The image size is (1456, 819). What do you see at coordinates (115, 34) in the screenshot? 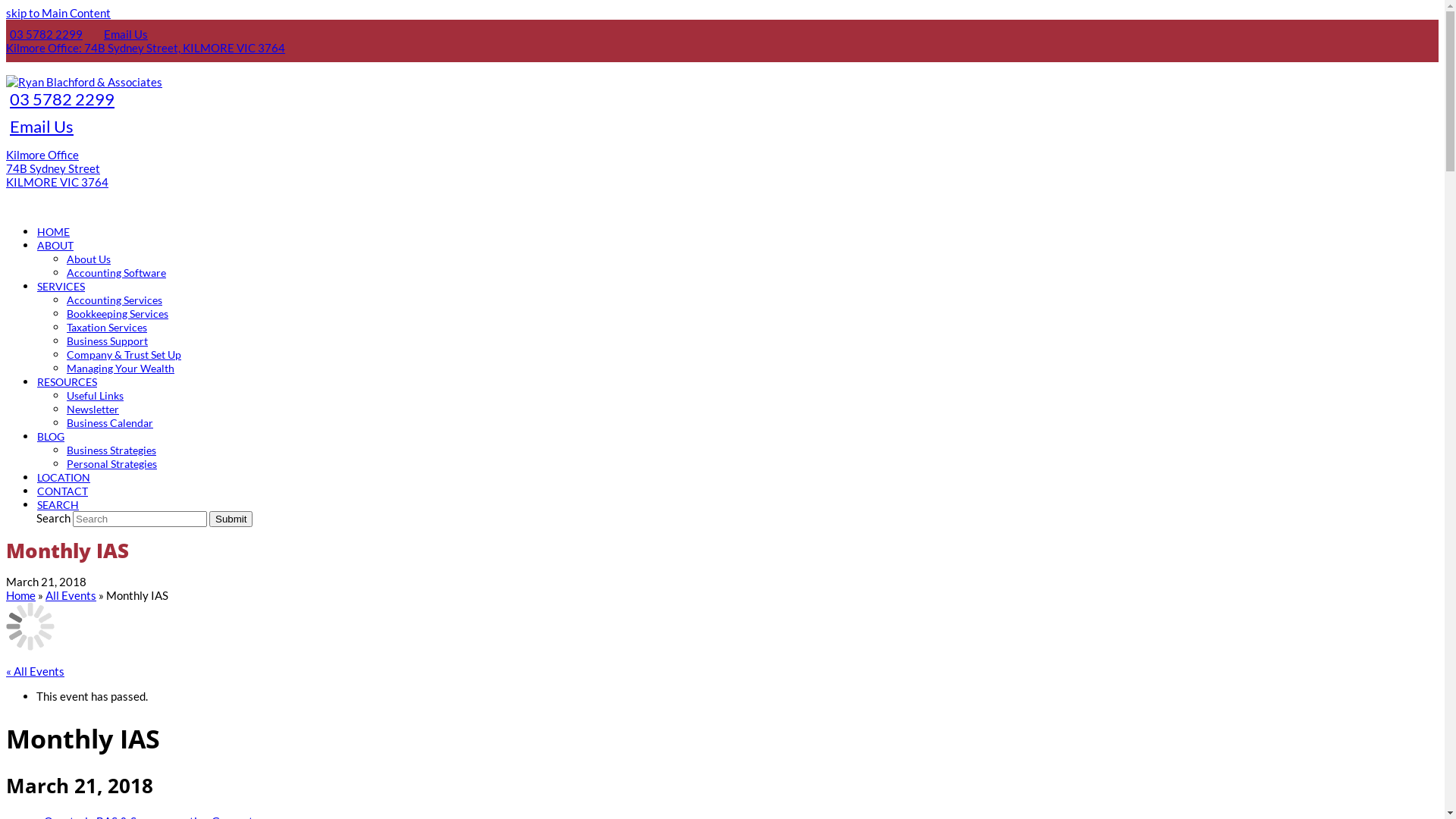
I see `'Email Us'` at bounding box center [115, 34].